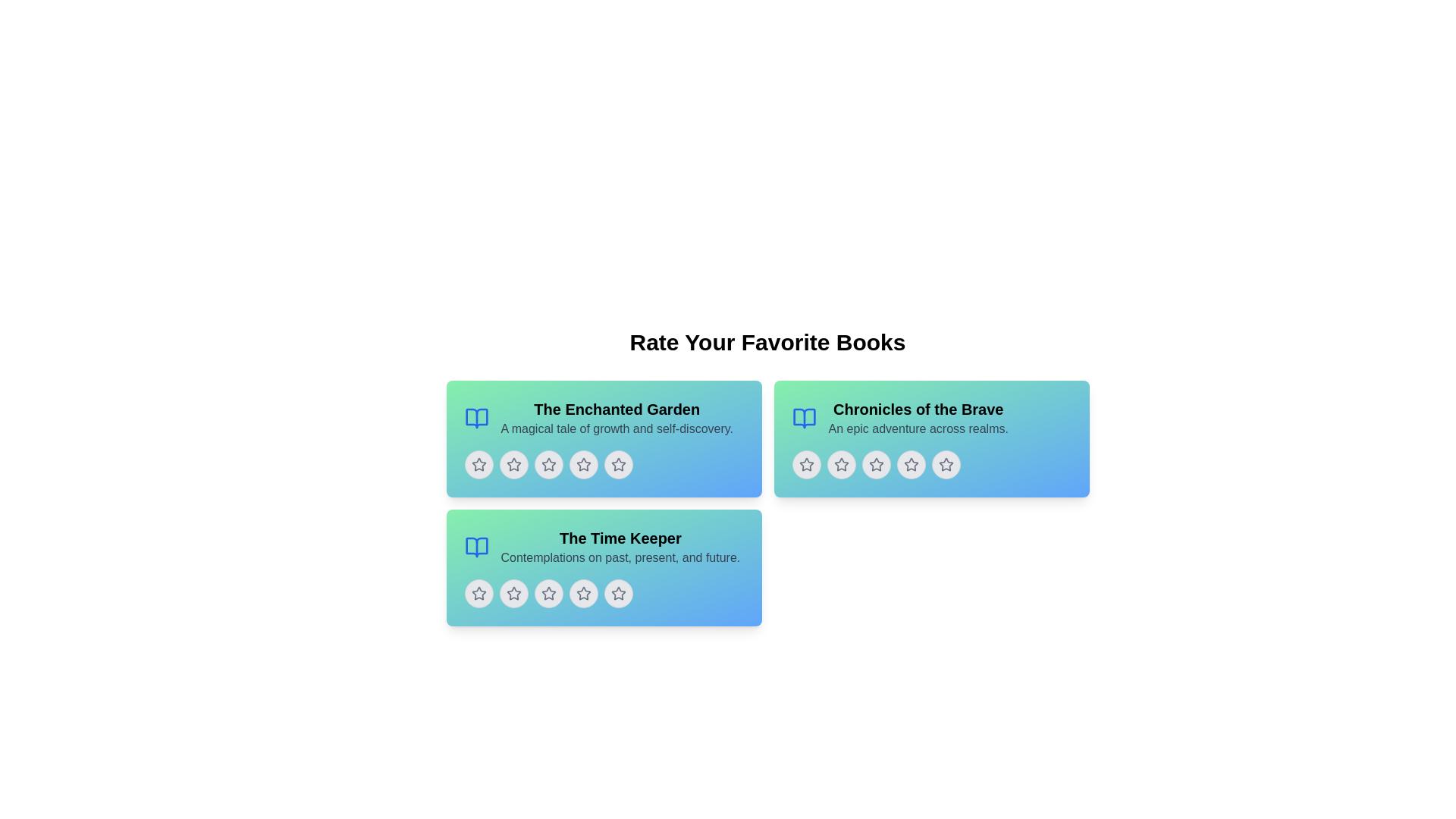 This screenshot has width=1456, height=819. I want to click on the fourth star rating icon for the book 'The Time Keeper' to trigger the visual effect, so click(582, 592).